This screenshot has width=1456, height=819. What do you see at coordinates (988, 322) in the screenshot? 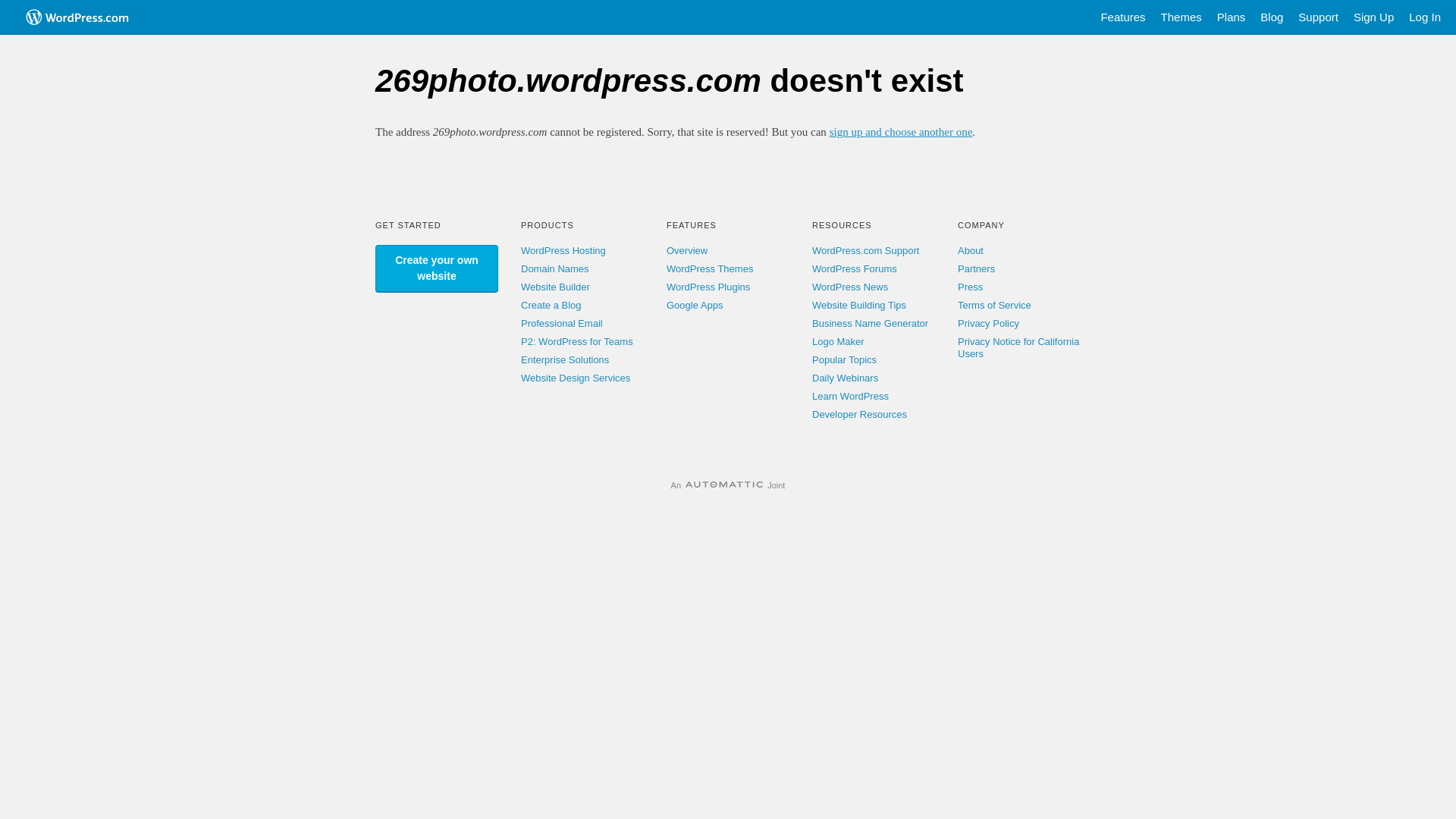
I see `'Privacy Policy'` at bounding box center [988, 322].